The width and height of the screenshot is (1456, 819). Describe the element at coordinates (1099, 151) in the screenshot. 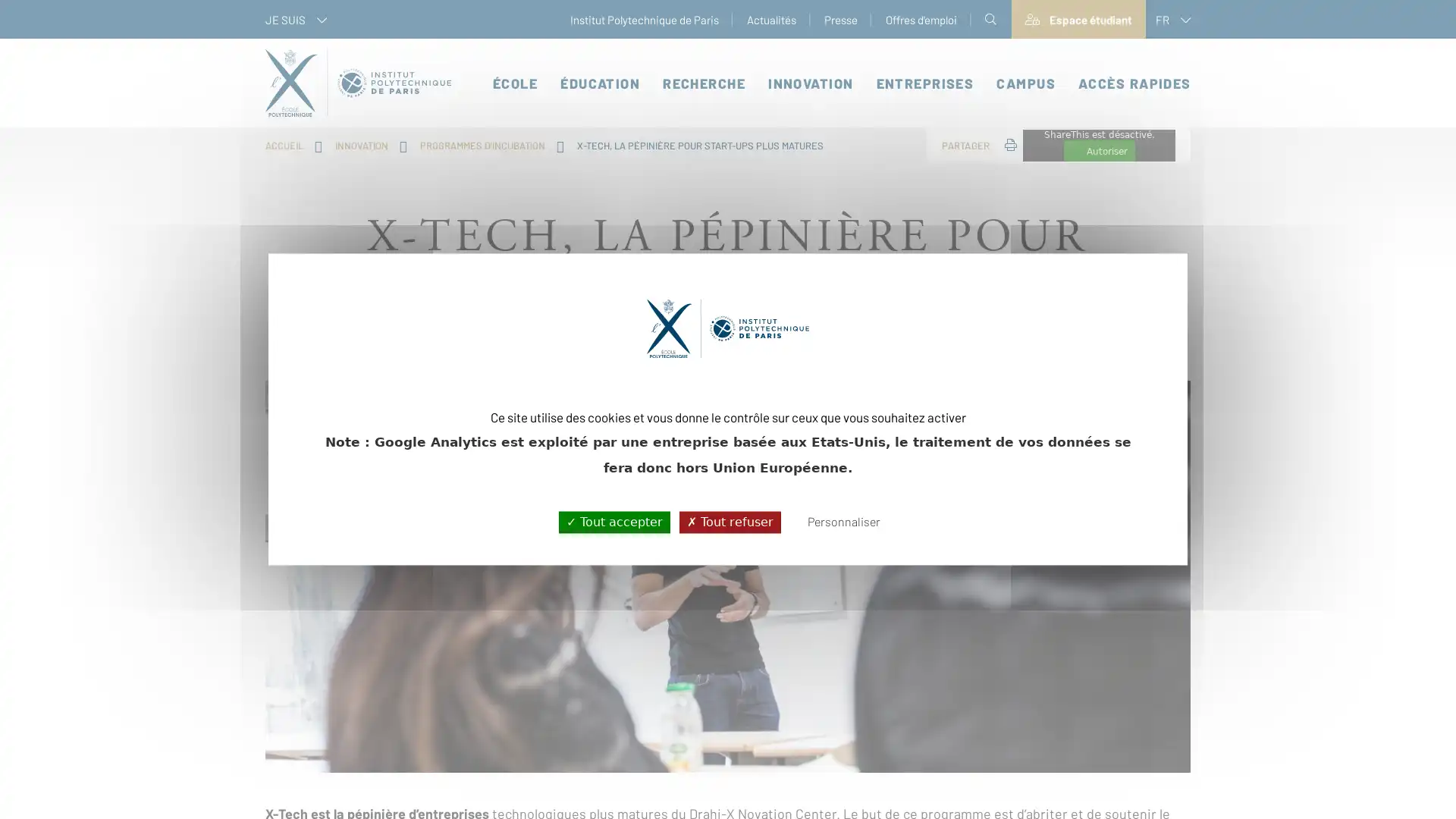

I see `Autoriser` at that location.